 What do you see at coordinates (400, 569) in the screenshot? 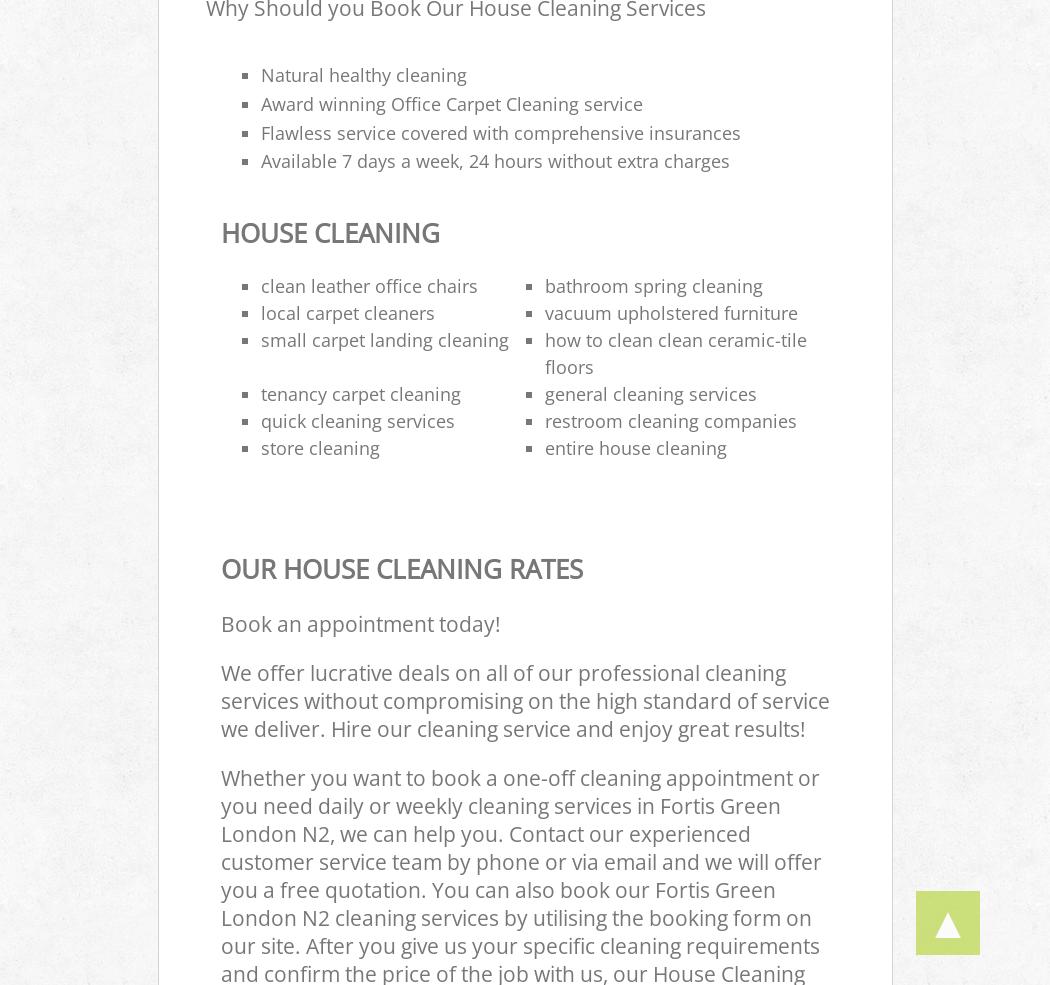
I see `'Our House Cleaning Rates'` at bounding box center [400, 569].